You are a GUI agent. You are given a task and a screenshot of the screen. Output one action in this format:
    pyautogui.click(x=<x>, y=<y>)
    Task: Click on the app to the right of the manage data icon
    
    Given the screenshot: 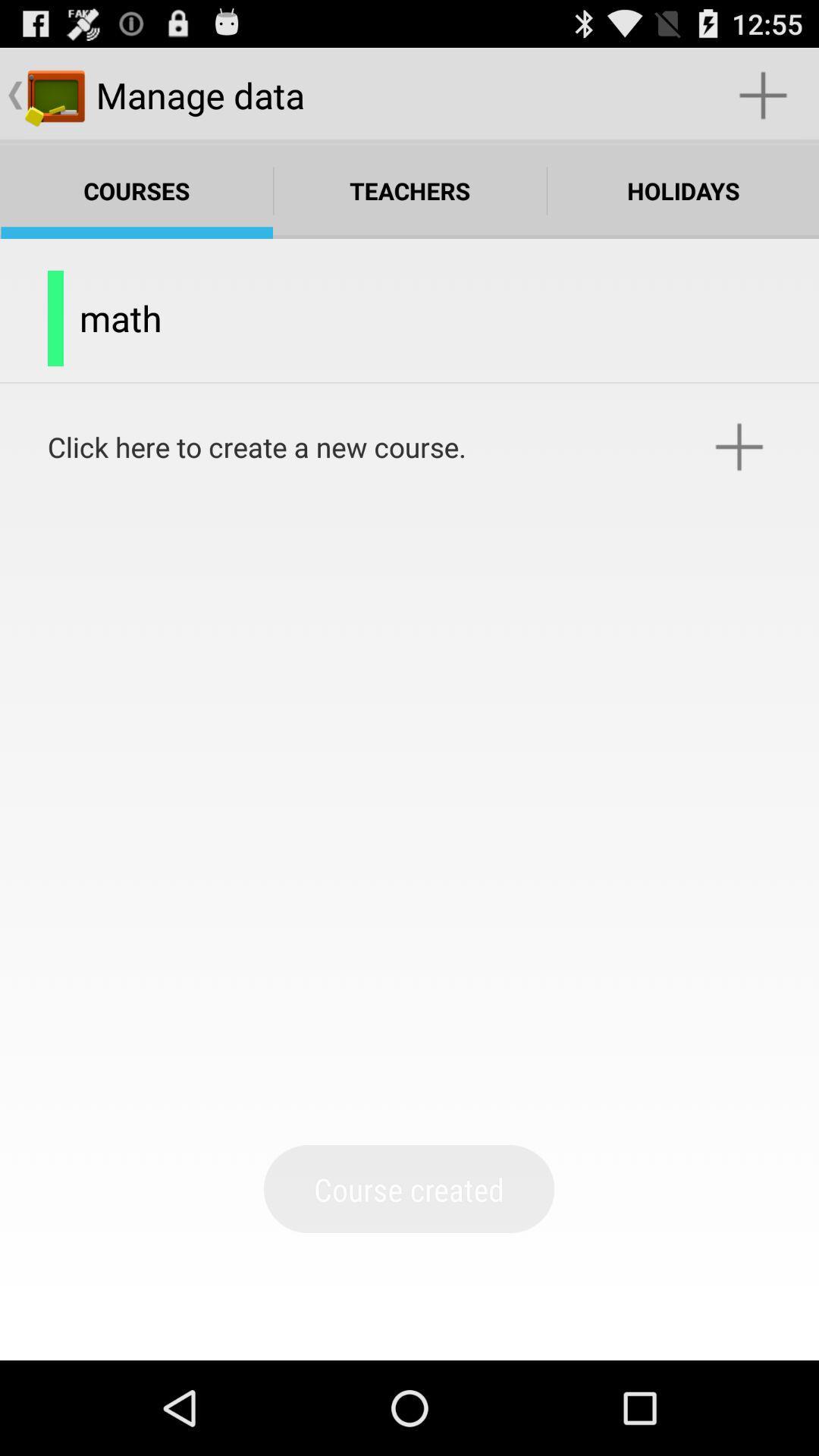 What is the action you would take?
    pyautogui.click(x=763, y=94)
    